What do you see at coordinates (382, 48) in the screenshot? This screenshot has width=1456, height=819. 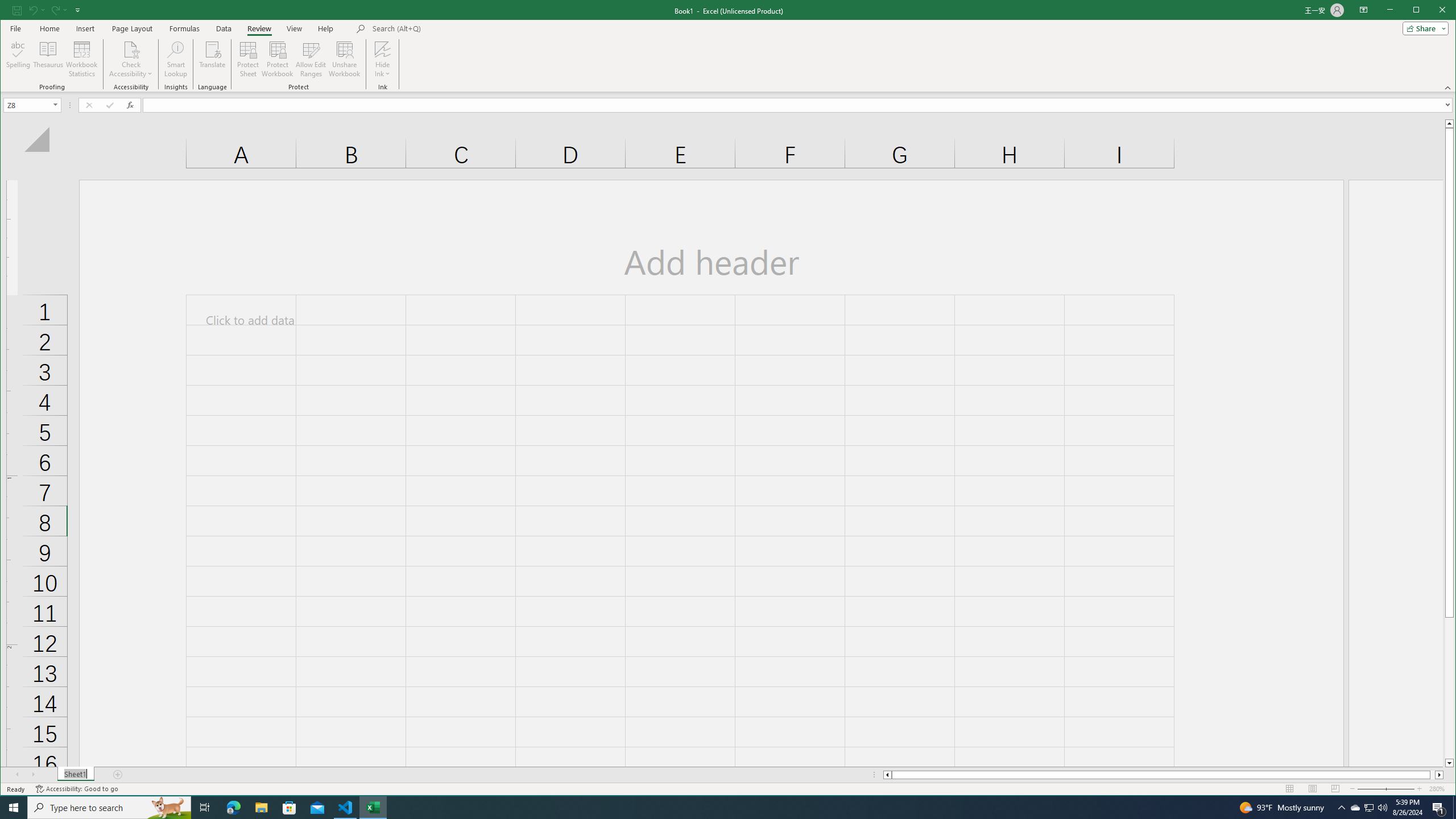 I see `'Hide Ink'` at bounding box center [382, 48].